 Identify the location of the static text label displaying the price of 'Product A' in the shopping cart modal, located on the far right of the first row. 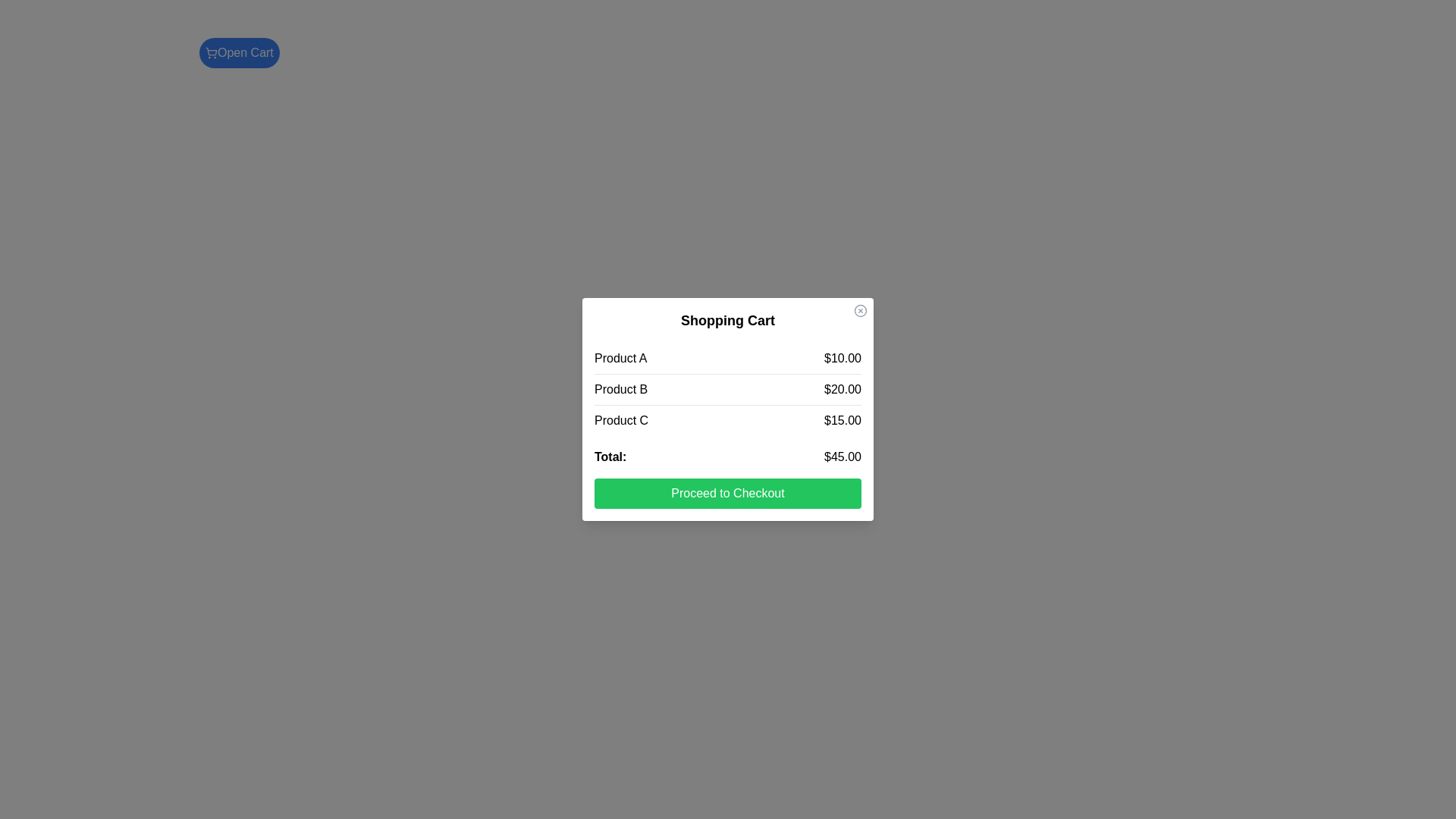
(842, 359).